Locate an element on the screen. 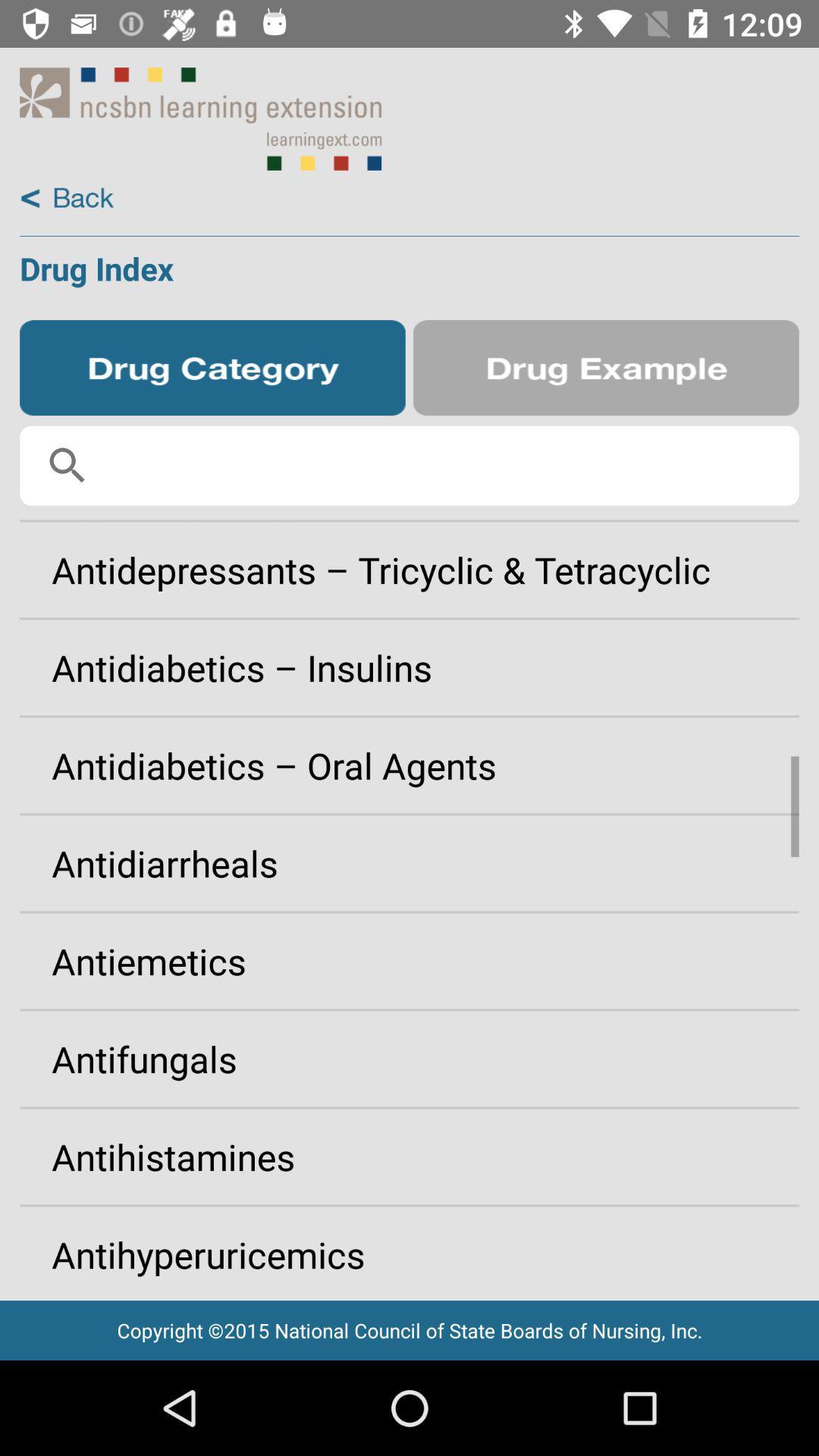 This screenshot has height=1456, width=819. choose drug category is located at coordinates (212, 368).